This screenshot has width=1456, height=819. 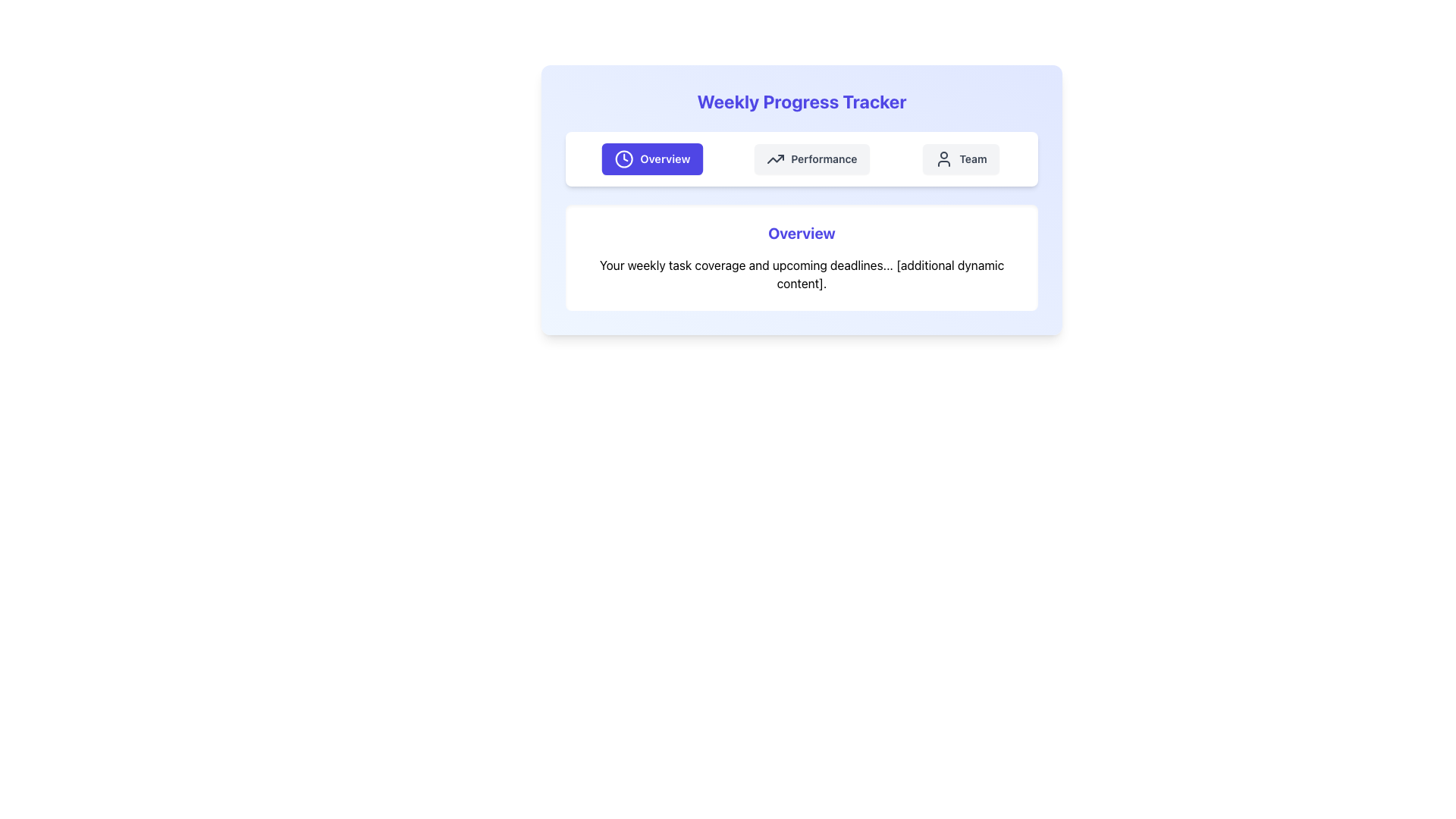 What do you see at coordinates (811, 158) in the screenshot?
I see `the 'Performance' button, which is the second button in a white background strip` at bounding box center [811, 158].